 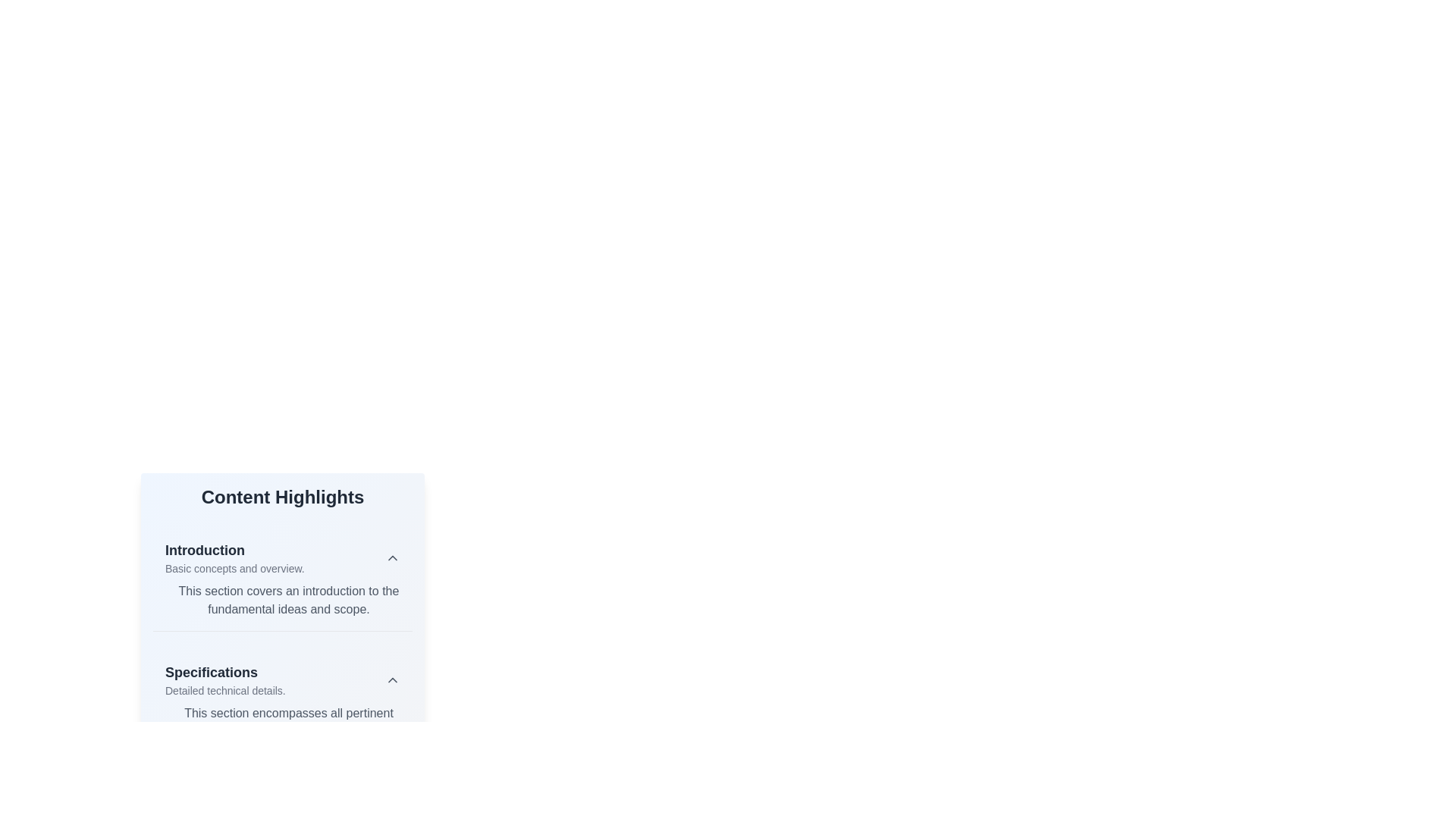 What do you see at coordinates (283, 599) in the screenshot?
I see `the Text Block that provides additional context for the 'Introduction' header in the 'Content Highlights' area, positioned below other elements` at bounding box center [283, 599].